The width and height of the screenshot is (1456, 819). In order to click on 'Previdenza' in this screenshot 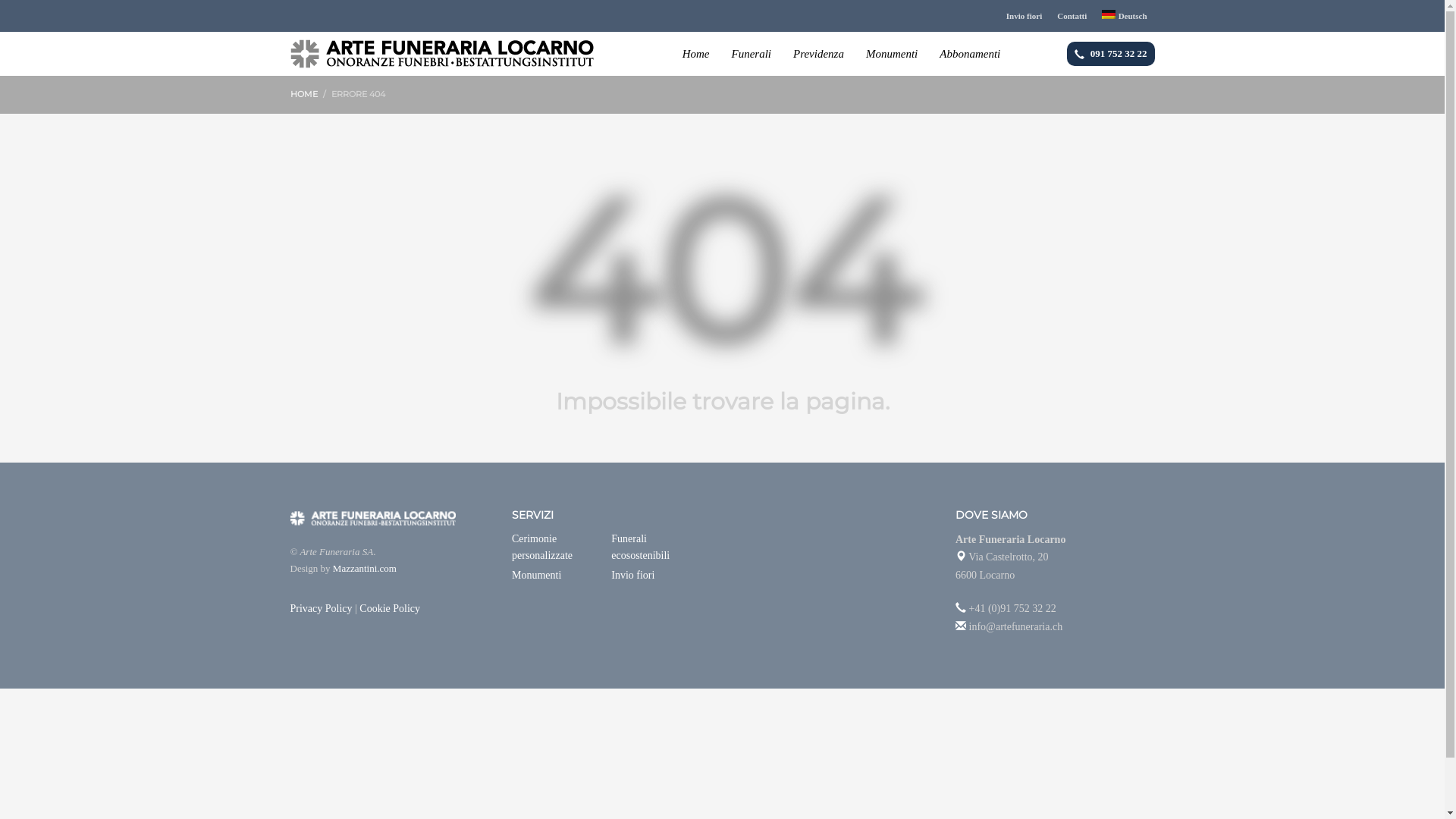, I will do `click(817, 52)`.